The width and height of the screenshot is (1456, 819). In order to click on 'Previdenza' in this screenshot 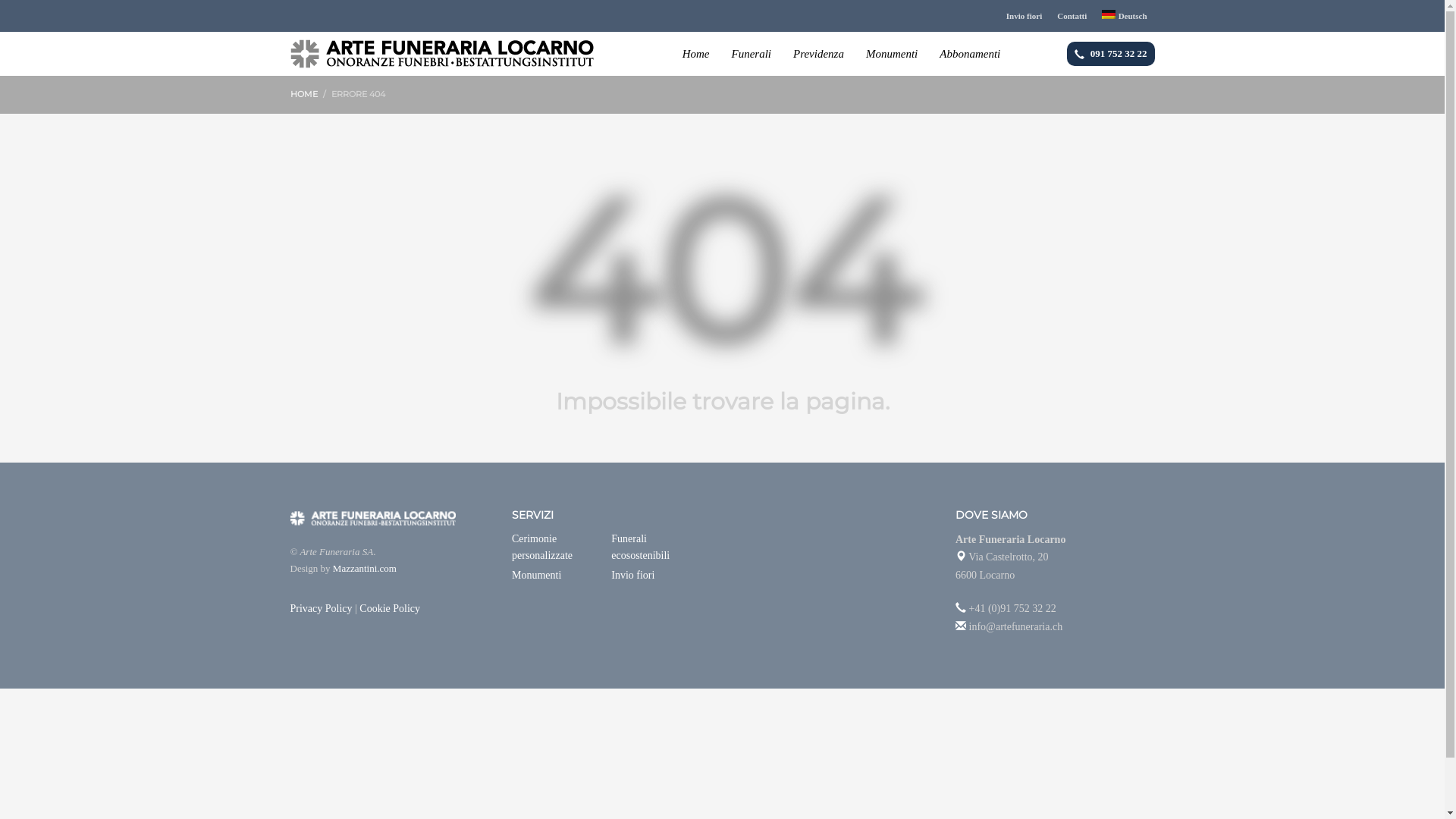, I will do `click(817, 52)`.